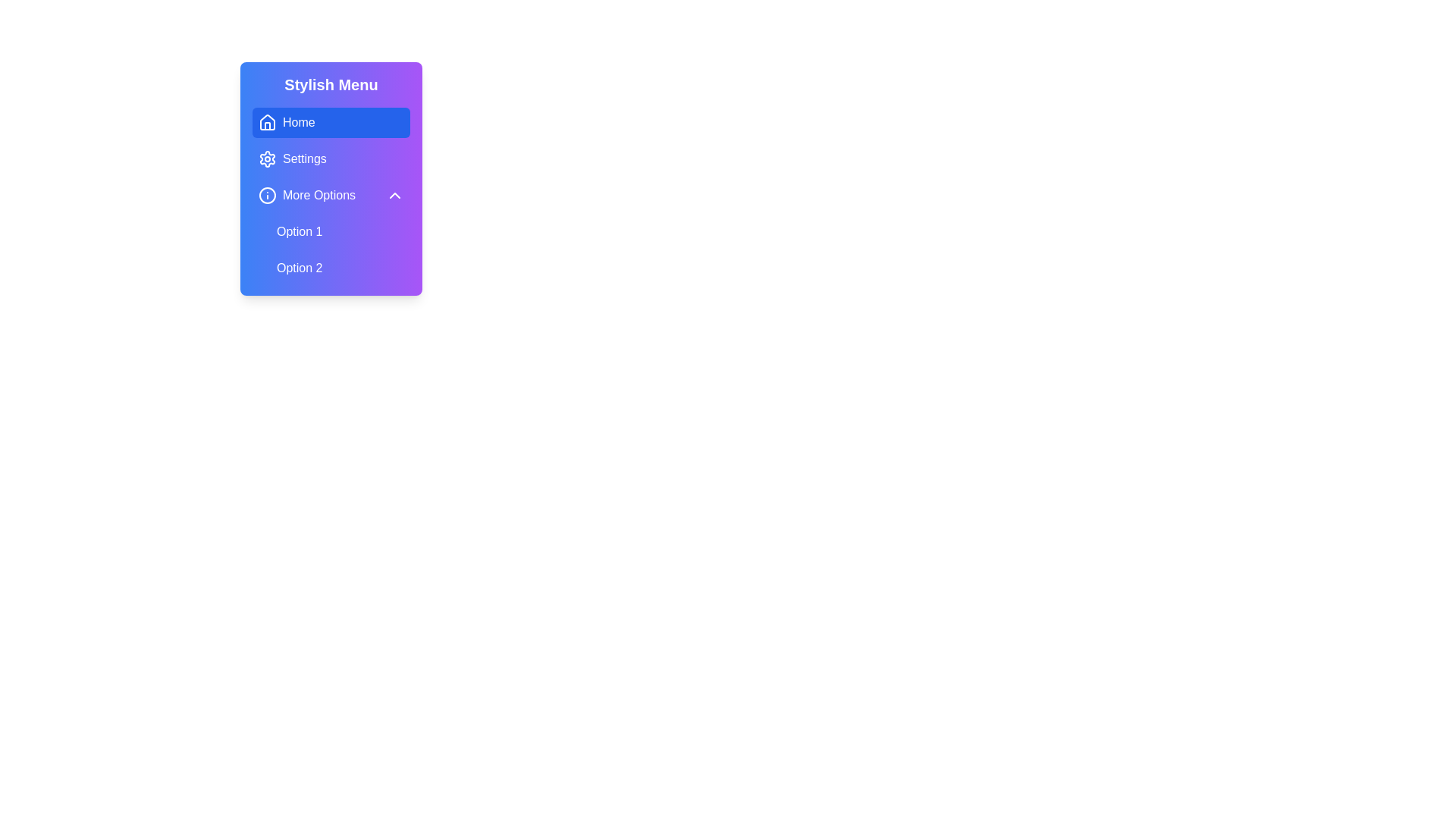  Describe the element at coordinates (306, 195) in the screenshot. I see `the Label with Icon located` at that location.